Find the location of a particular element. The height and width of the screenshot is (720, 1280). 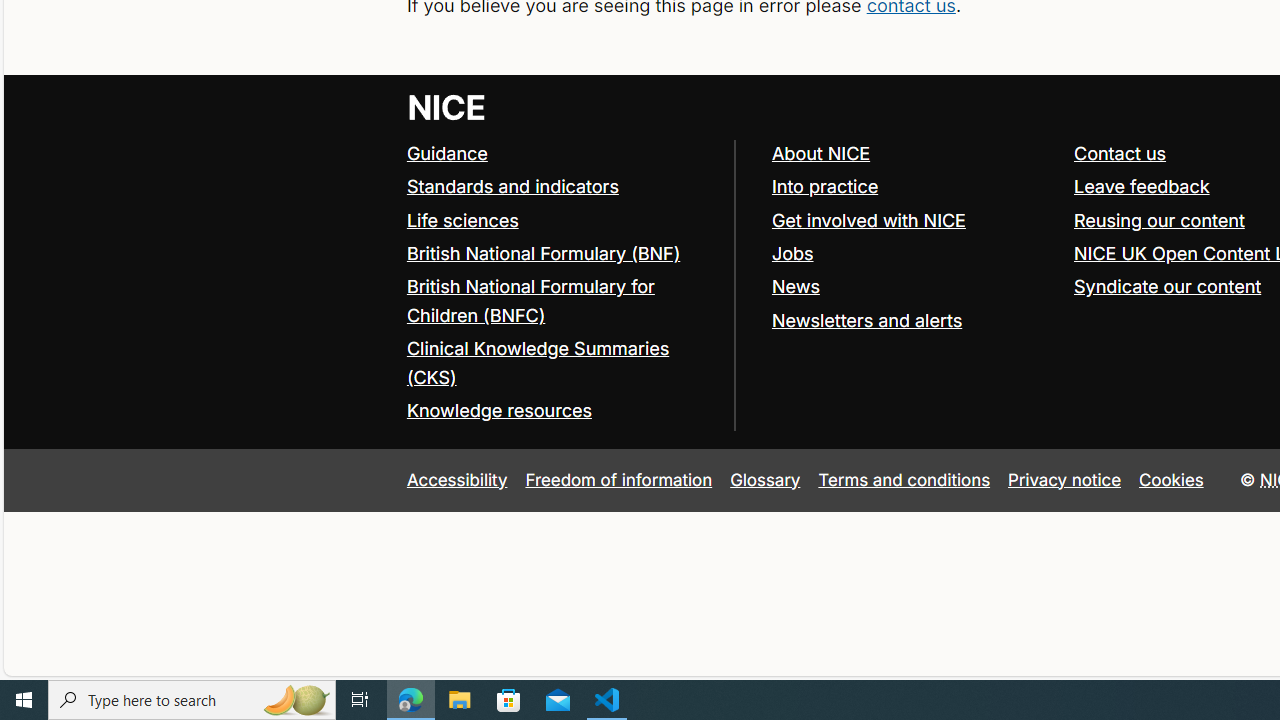

'Jobs' is located at coordinates (912, 253).